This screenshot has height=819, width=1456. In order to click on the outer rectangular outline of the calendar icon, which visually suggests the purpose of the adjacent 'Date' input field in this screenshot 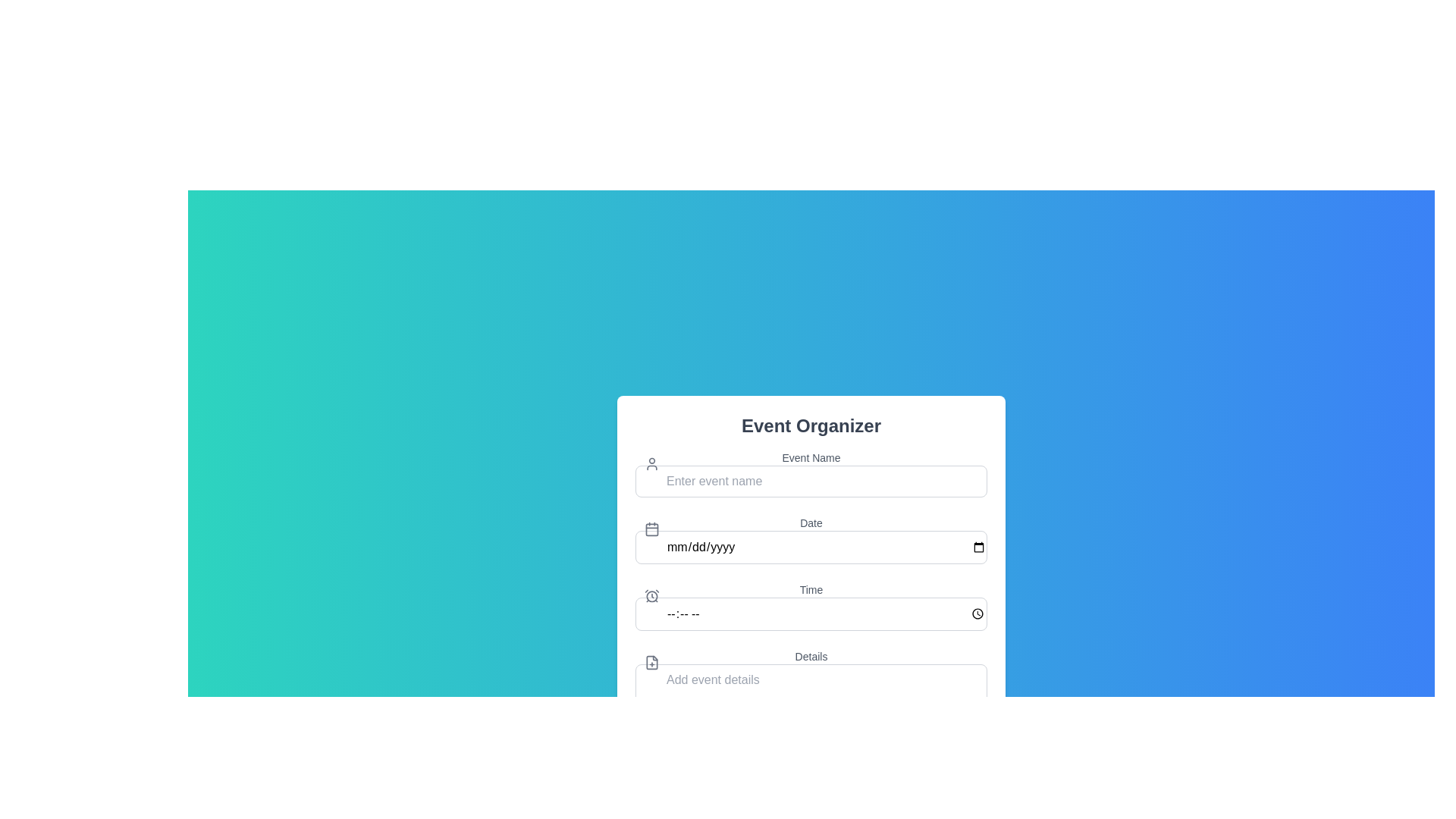, I will do `click(651, 529)`.